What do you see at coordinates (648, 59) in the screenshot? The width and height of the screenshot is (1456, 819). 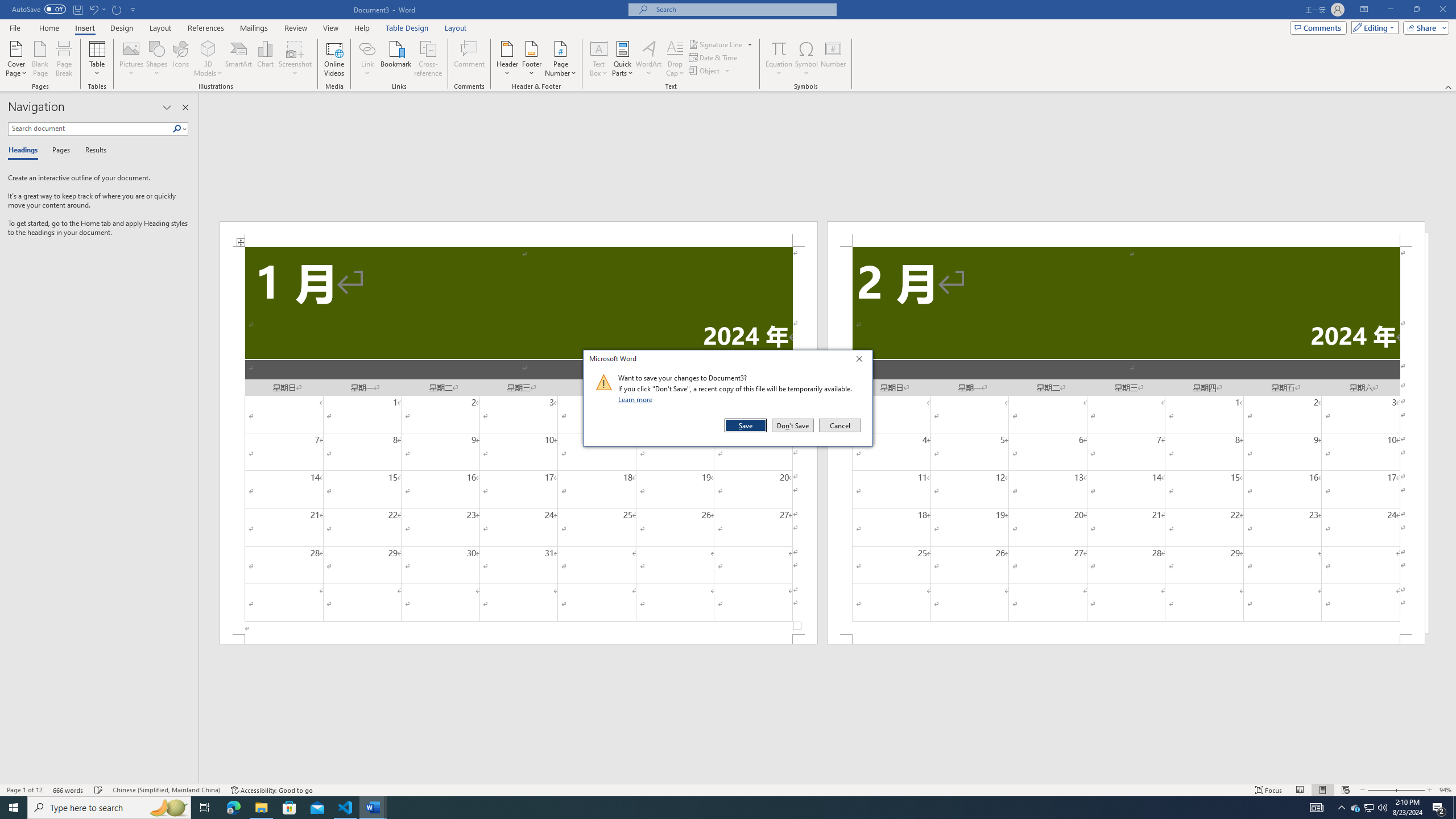 I see `'WordArt'` at bounding box center [648, 59].